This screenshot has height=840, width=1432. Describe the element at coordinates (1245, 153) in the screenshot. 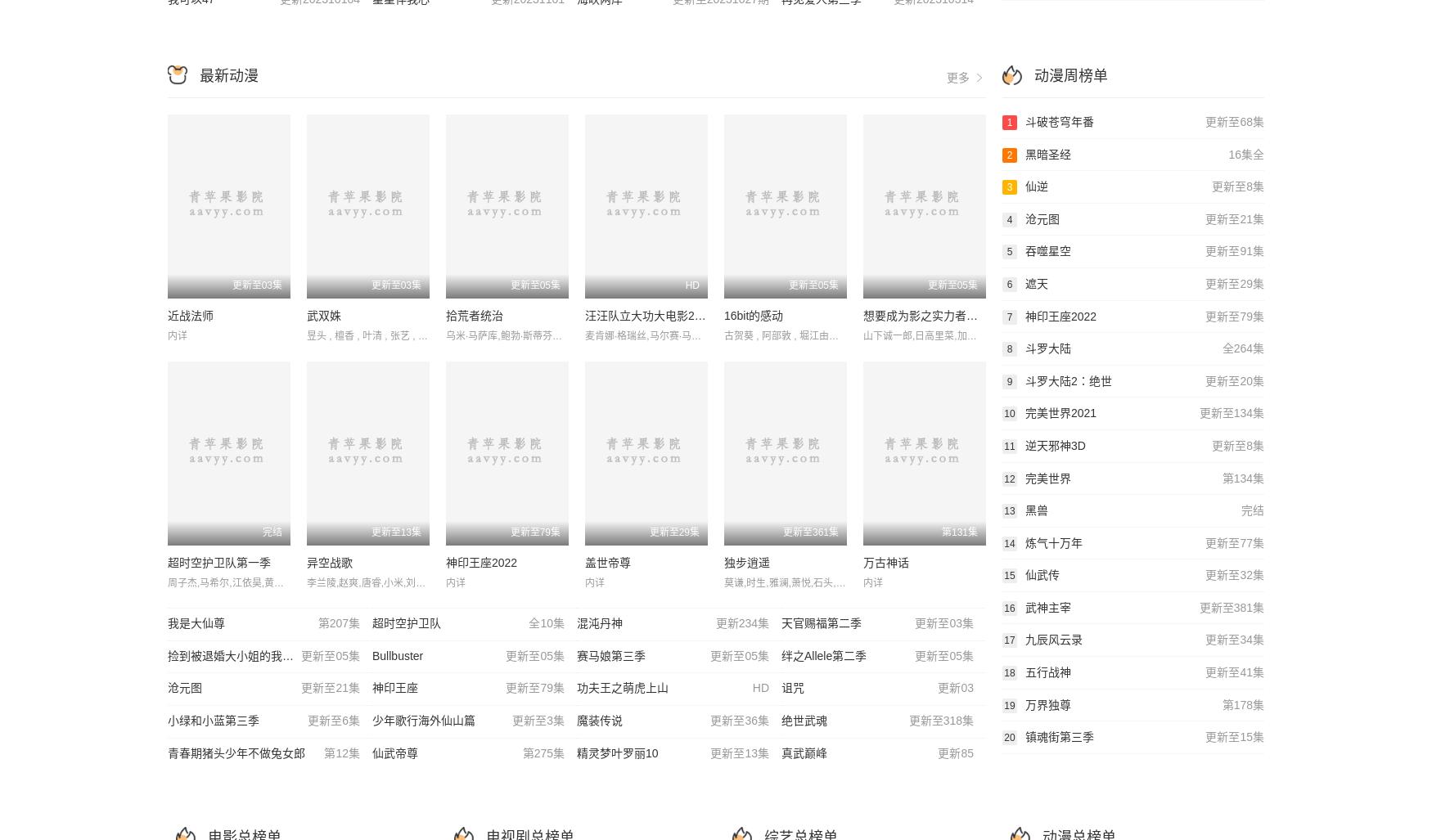

I see `'16集全'` at that location.